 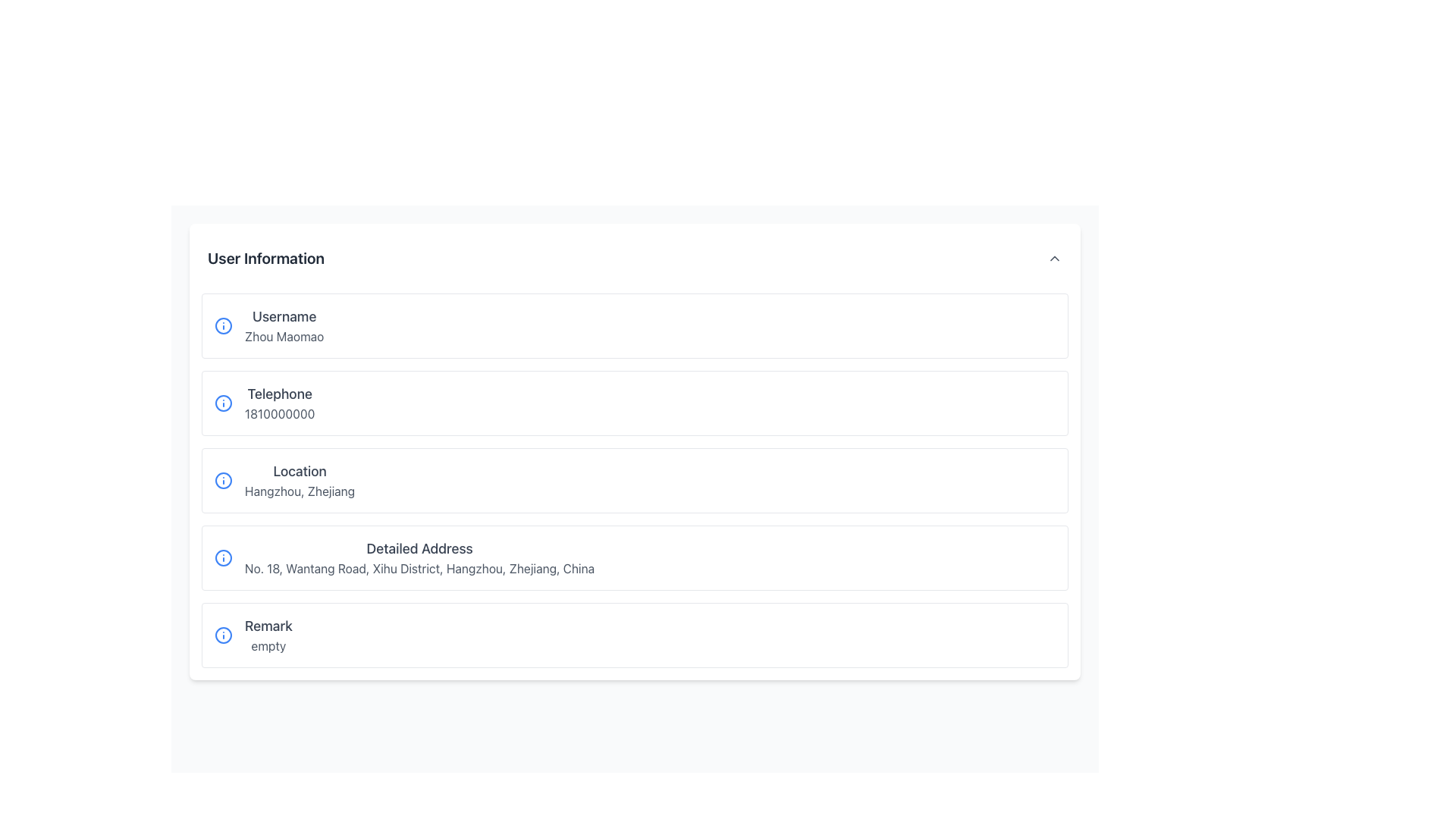 I want to click on the static text displaying 'Hangzhou, Zhejiang', which is located in the 'Location' section of the user information form, below the 'Location' label, so click(x=300, y=491).